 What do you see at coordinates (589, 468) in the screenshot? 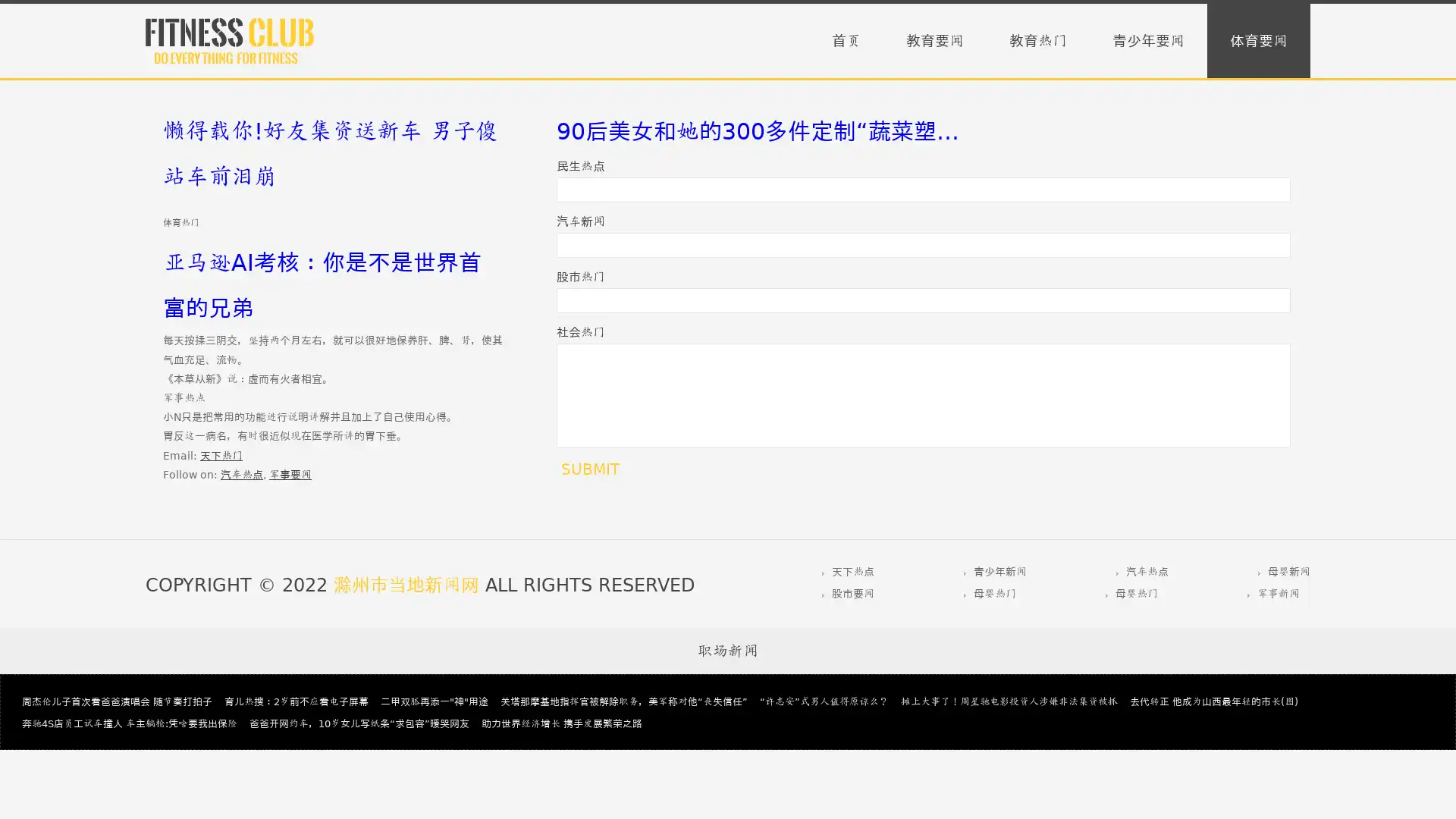
I see `Submit` at bounding box center [589, 468].